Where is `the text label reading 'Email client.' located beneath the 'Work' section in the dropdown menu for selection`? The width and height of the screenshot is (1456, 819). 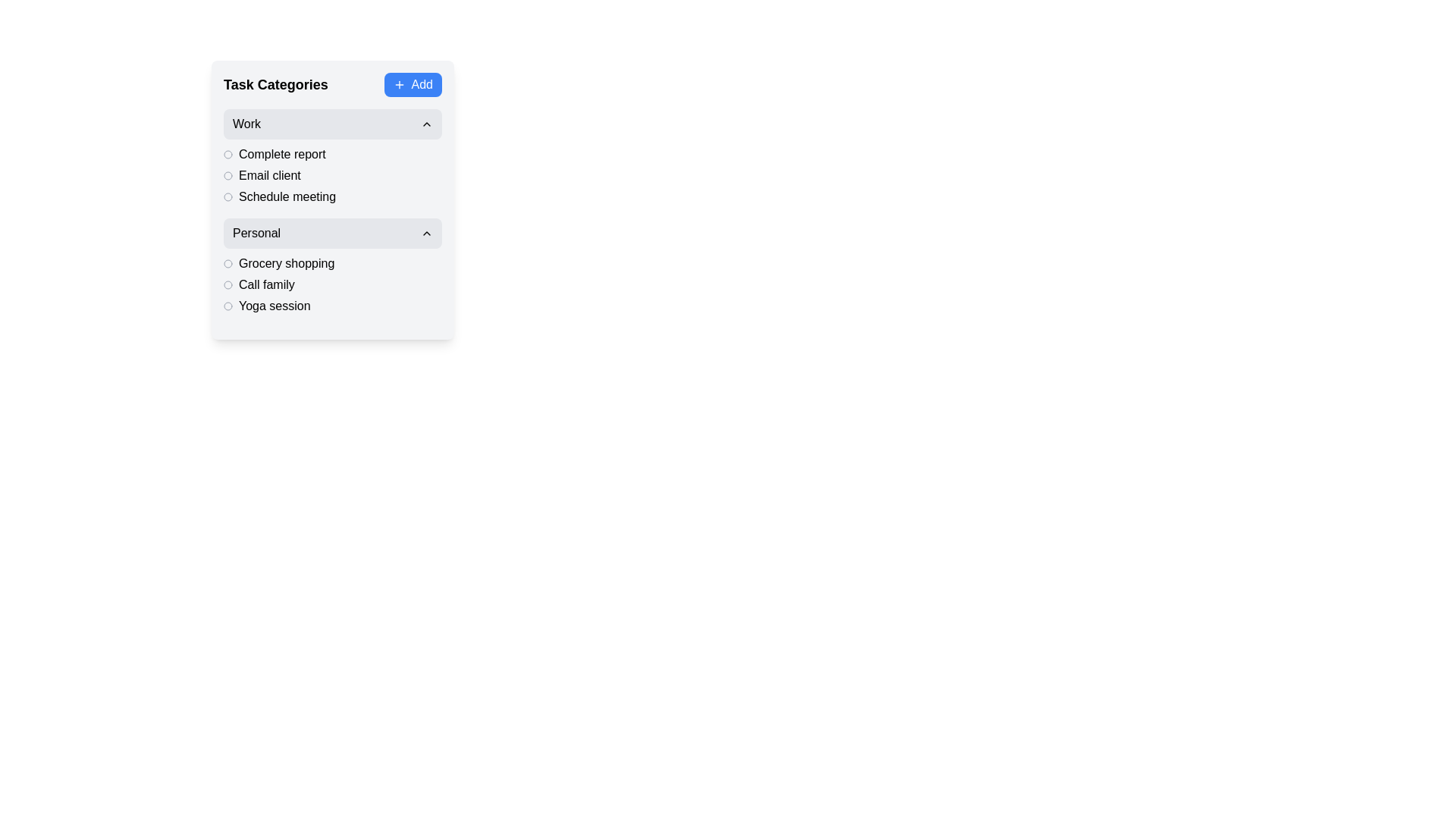
the text label reading 'Email client.' located beneath the 'Work' section in the dropdown menu for selection is located at coordinates (269, 174).